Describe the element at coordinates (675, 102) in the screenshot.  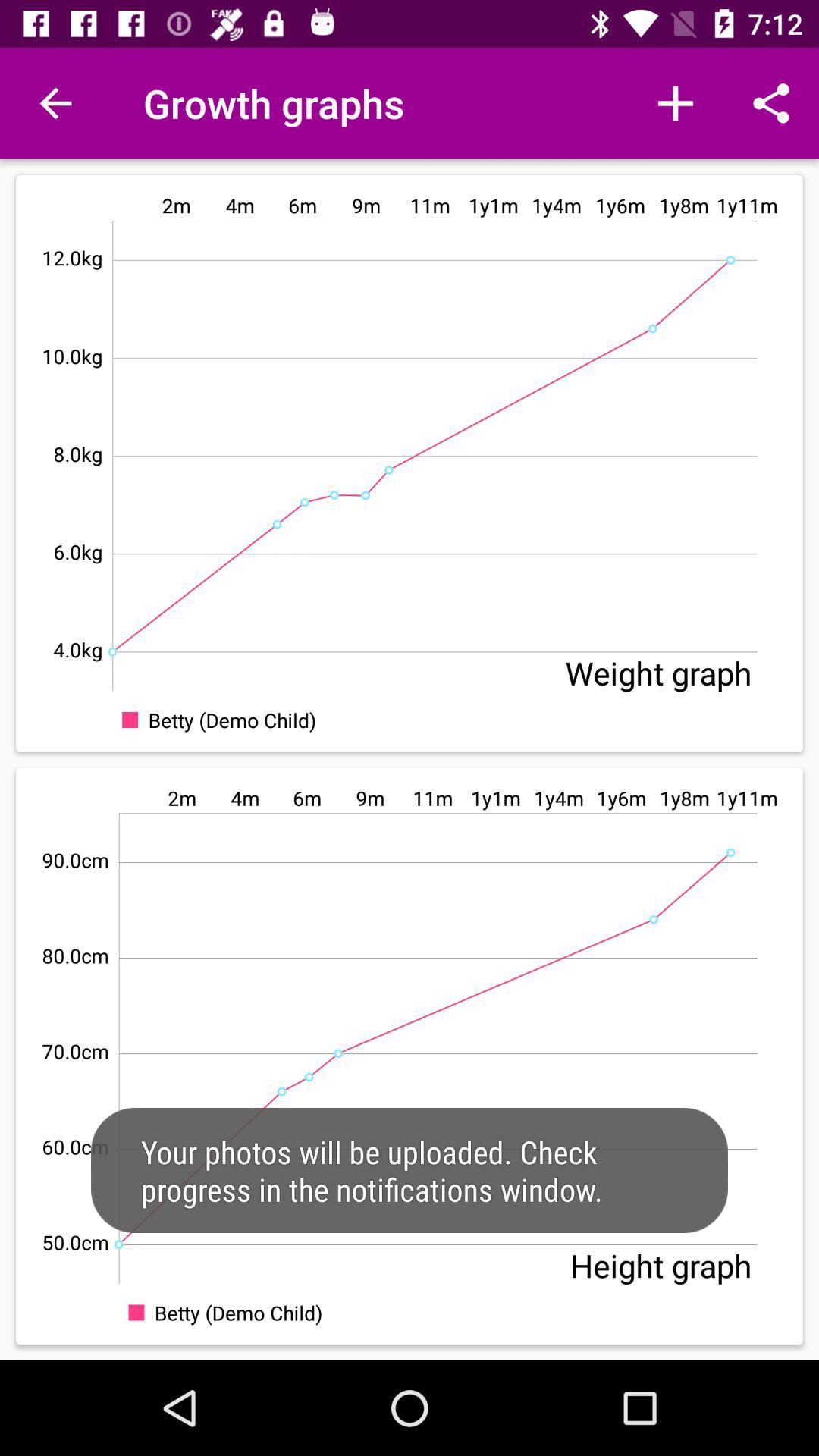
I see `the item to the right of the growth graphs` at that location.